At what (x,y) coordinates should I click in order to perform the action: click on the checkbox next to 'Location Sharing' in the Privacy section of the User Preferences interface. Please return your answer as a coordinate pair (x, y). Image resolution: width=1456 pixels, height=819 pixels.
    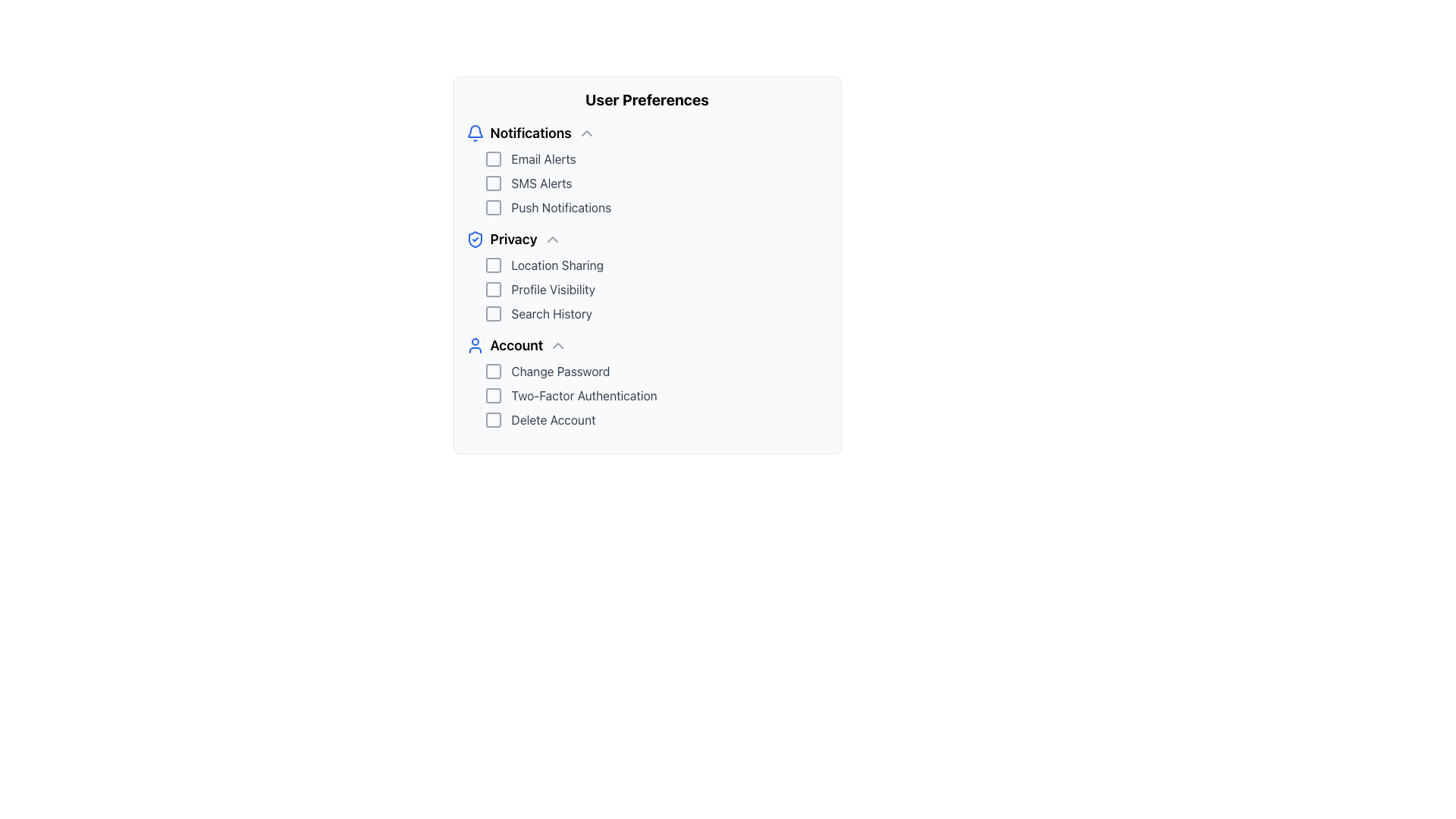
    Looking at the image, I should click on (493, 265).